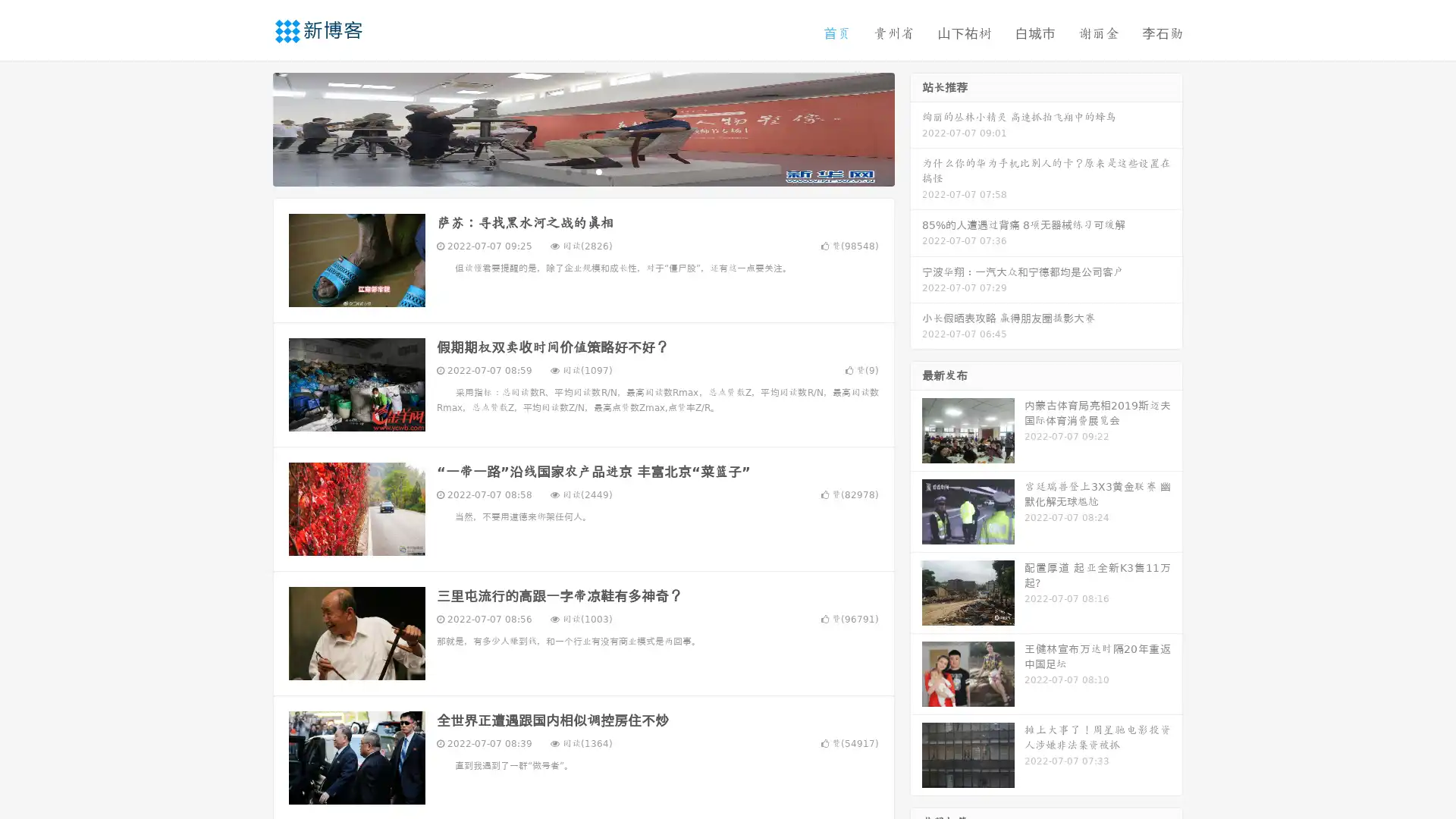  I want to click on Previous slide, so click(250, 127).